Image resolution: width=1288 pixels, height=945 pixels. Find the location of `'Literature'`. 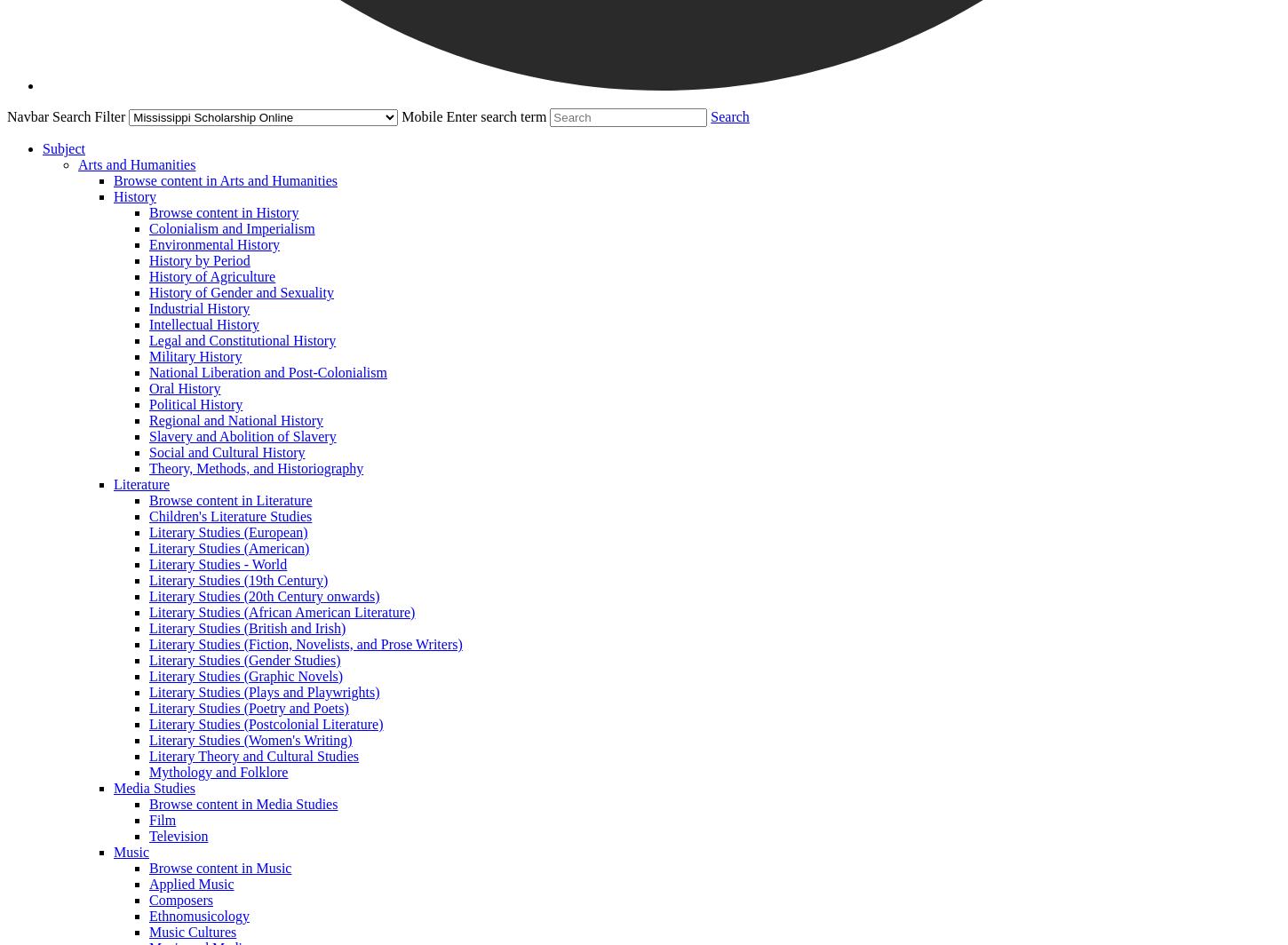

'Literature' is located at coordinates (140, 484).